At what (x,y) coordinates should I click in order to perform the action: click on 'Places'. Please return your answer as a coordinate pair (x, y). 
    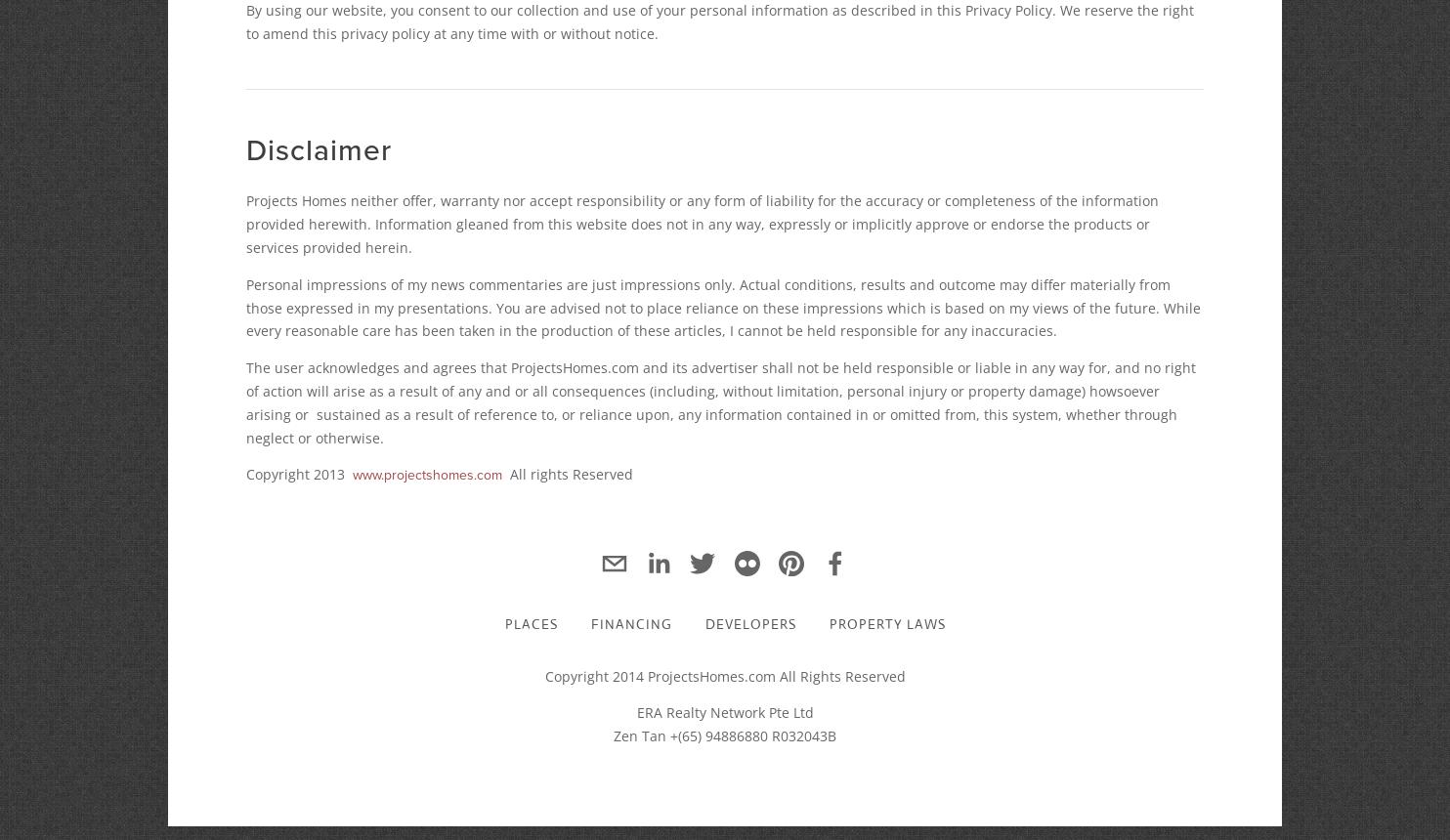
    Looking at the image, I should click on (503, 622).